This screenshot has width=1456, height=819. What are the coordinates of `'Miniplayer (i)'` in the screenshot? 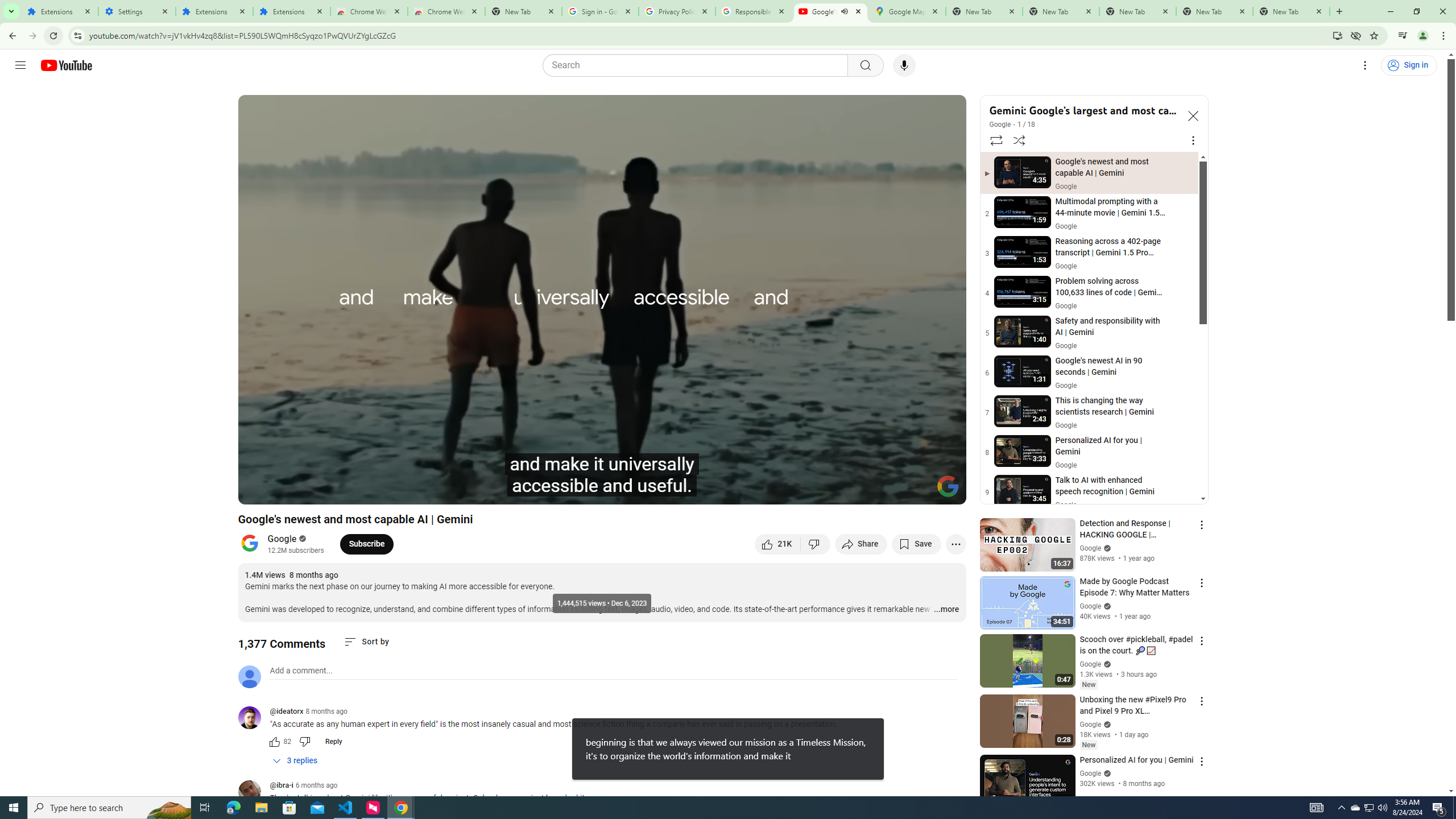 It's located at (890, 490).